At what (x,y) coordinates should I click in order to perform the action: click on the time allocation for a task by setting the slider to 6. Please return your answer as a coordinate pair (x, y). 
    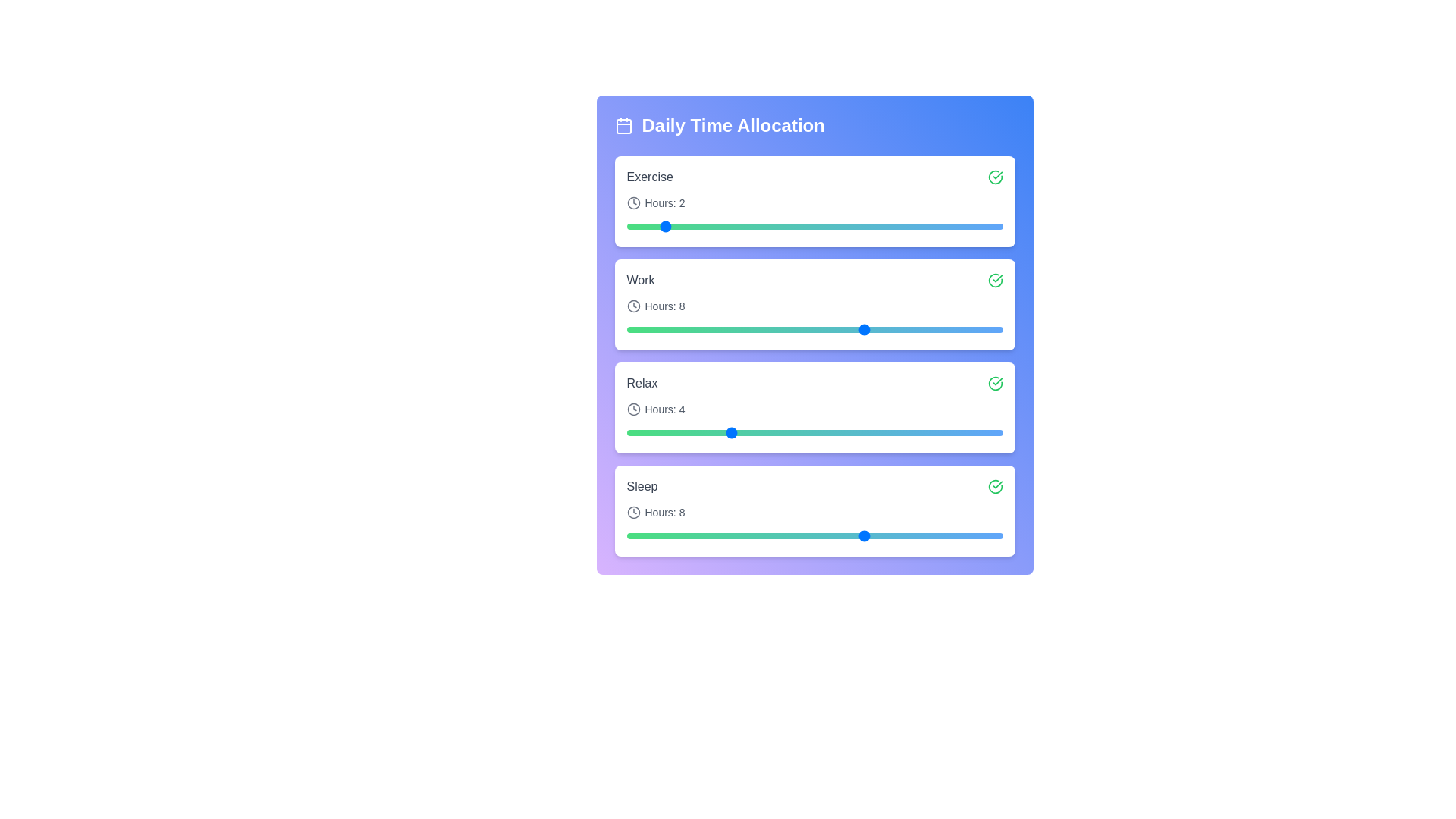
    Looking at the image, I should click on (796, 227).